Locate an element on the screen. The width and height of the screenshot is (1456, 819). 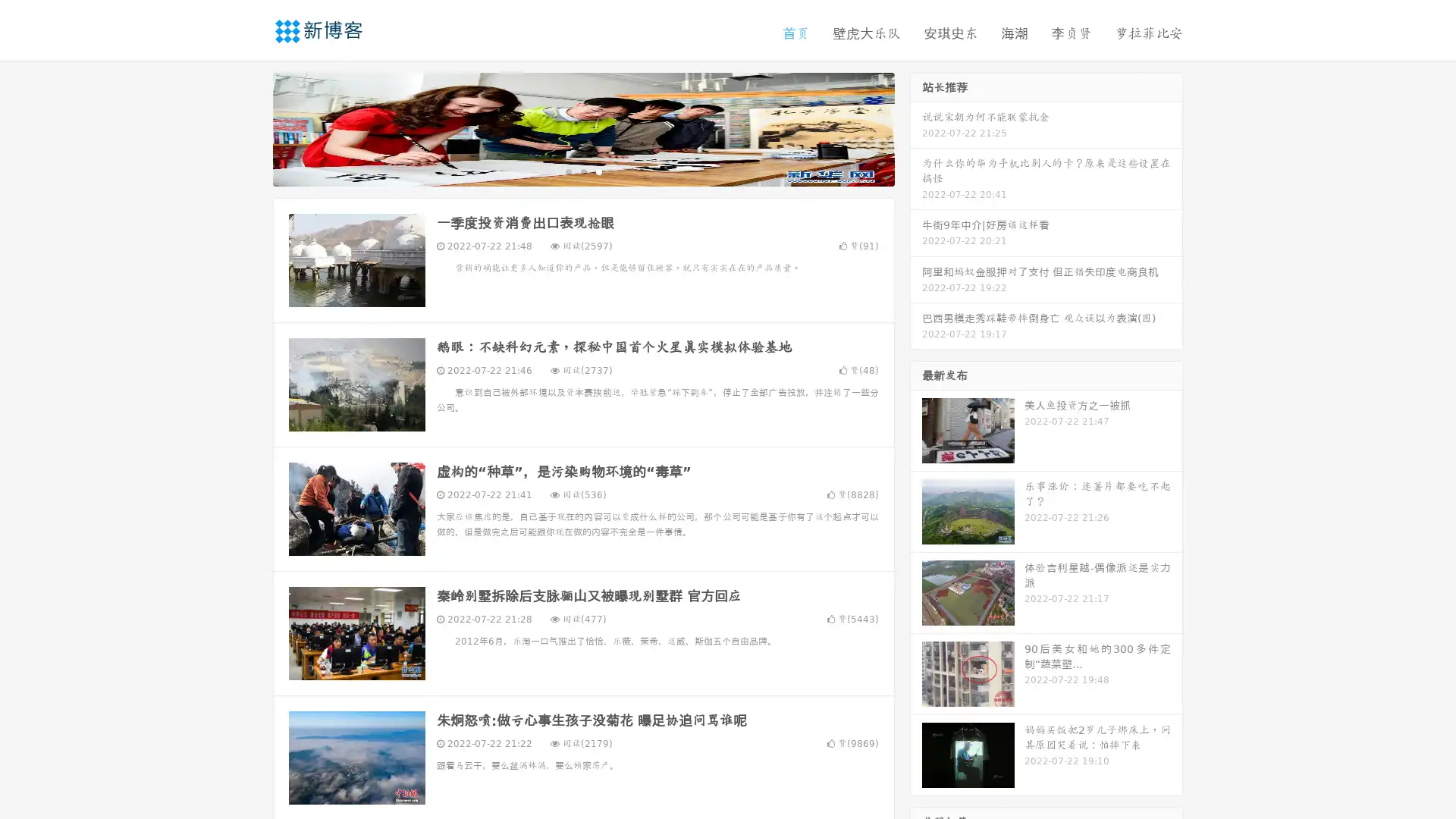
Go to slide 2 is located at coordinates (582, 171).